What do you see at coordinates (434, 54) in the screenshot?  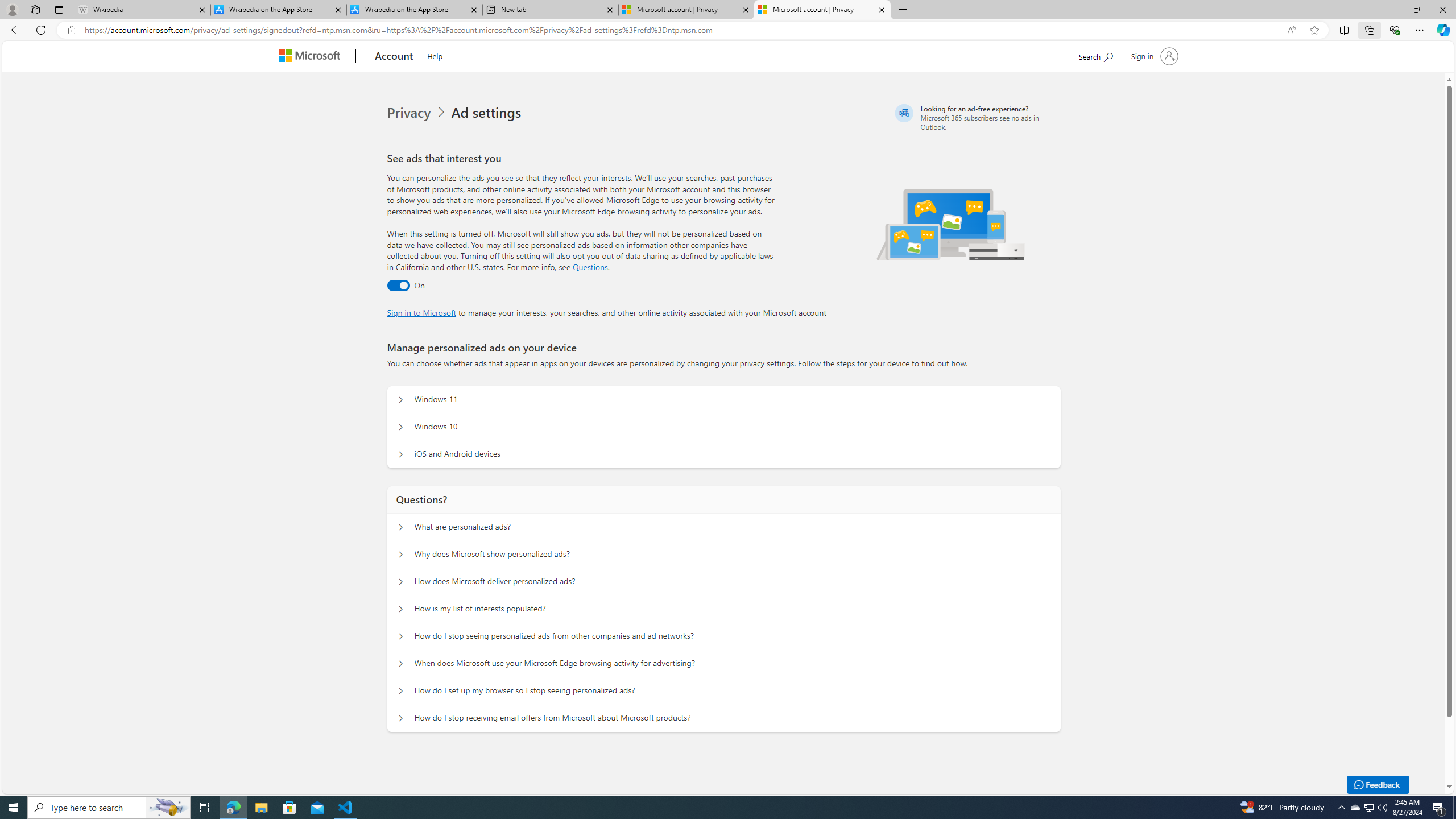 I see `'Help'` at bounding box center [434, 54].